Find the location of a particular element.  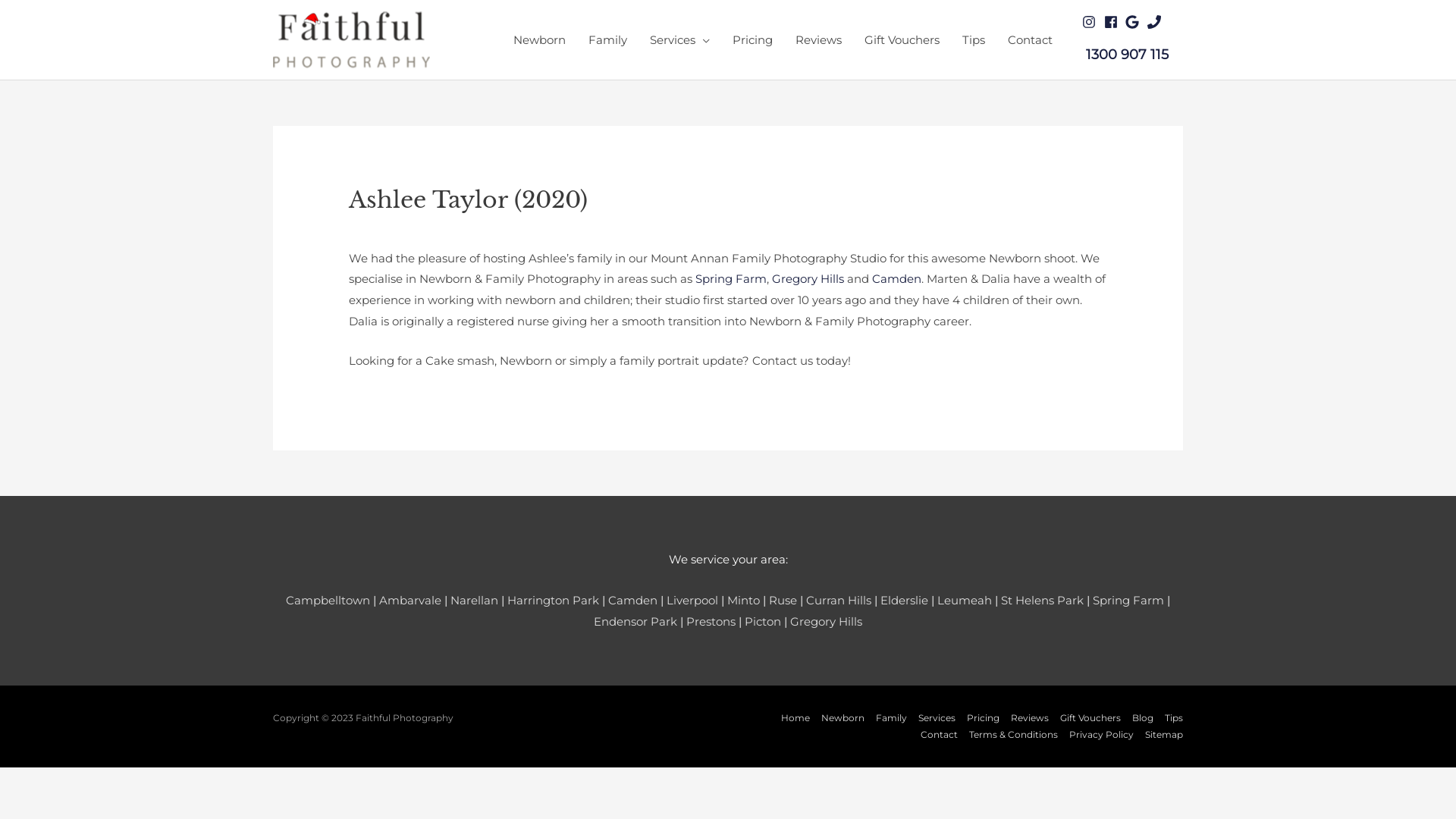

'Terms & Conditions' is located at coordinates (1009, 733).